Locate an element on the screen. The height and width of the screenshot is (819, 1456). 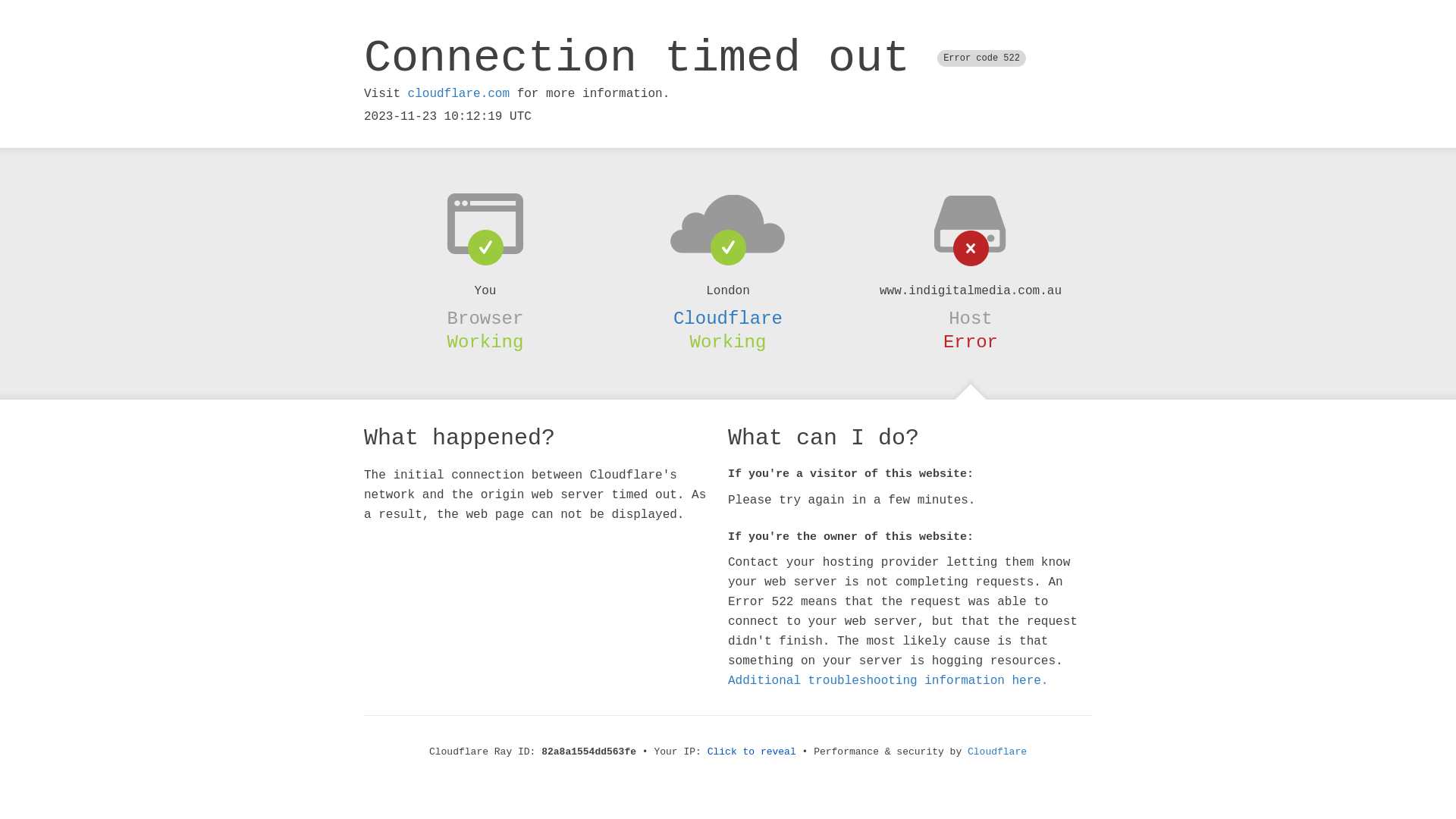
'Additional troubleshooting information here.' is located at coordinates (888, 680).